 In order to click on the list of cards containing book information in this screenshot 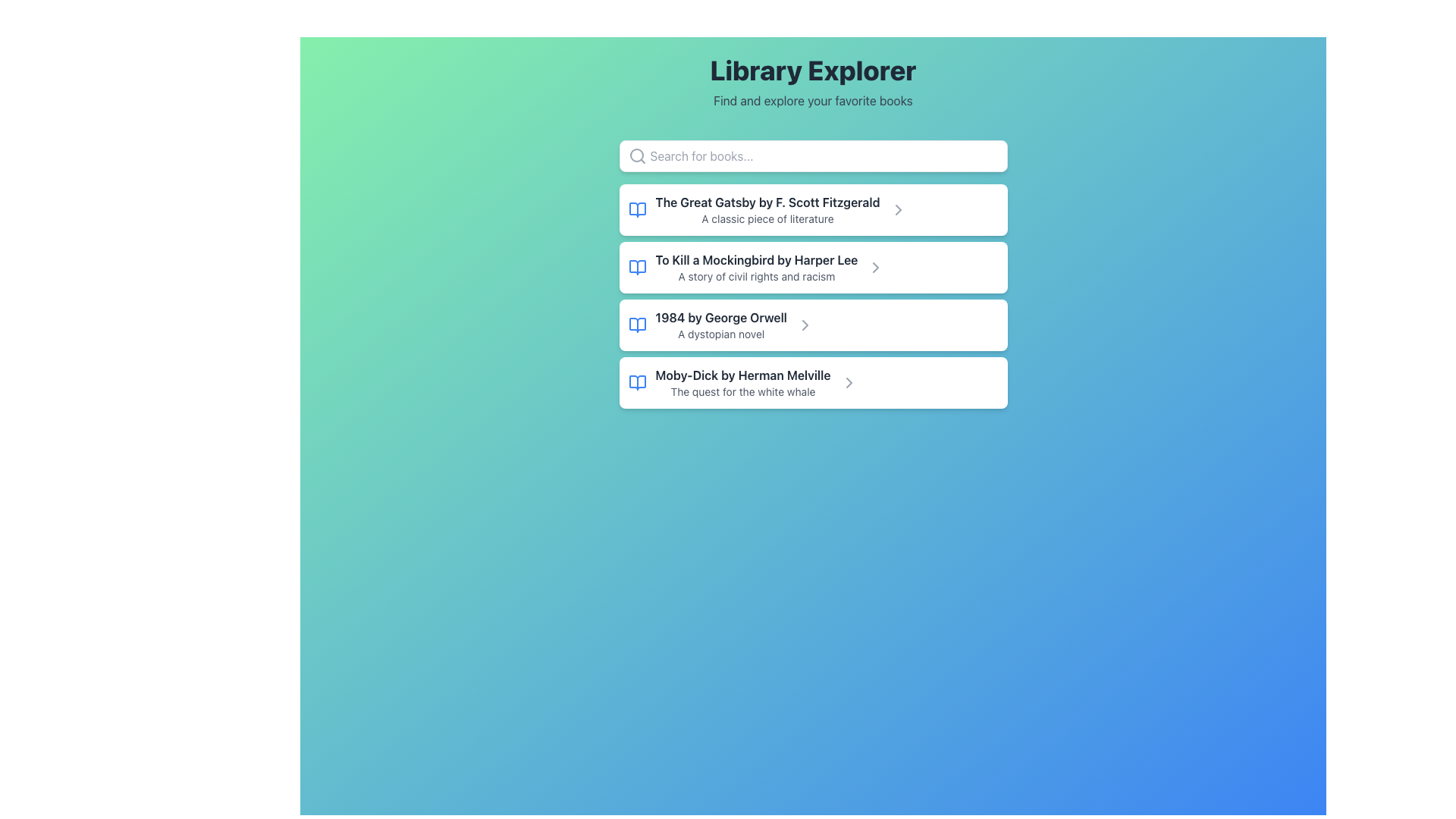, I will do `click(812, 296)`.